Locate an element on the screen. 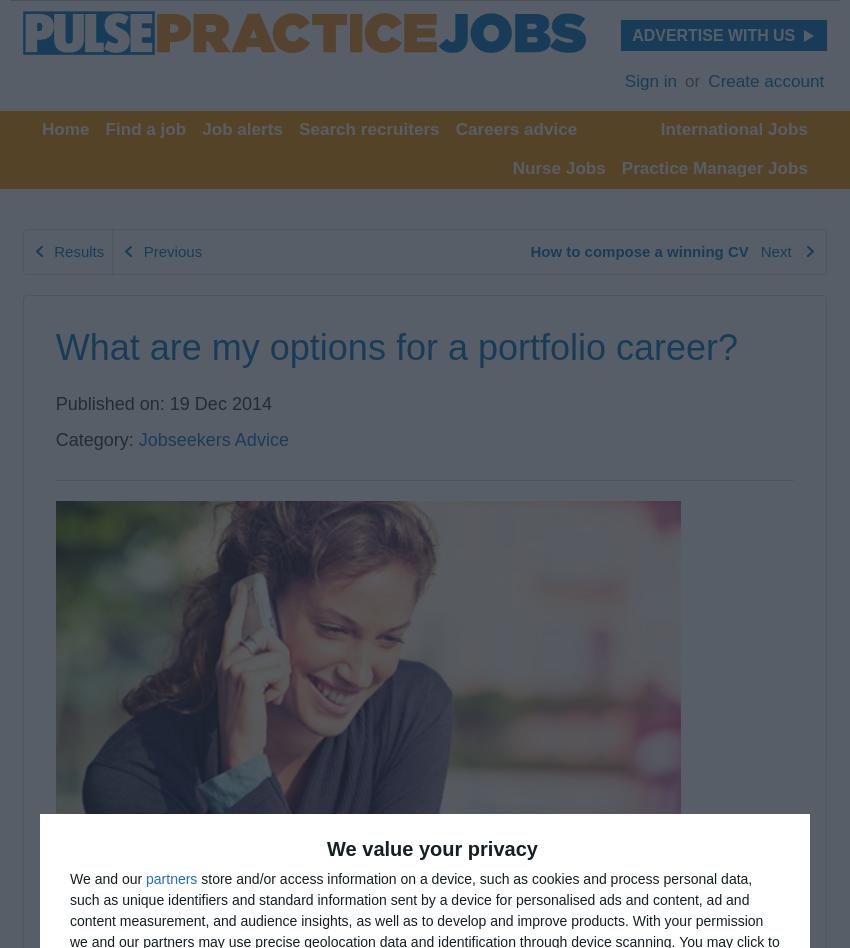  'Careers advice' is located at coordinates (454, 128).